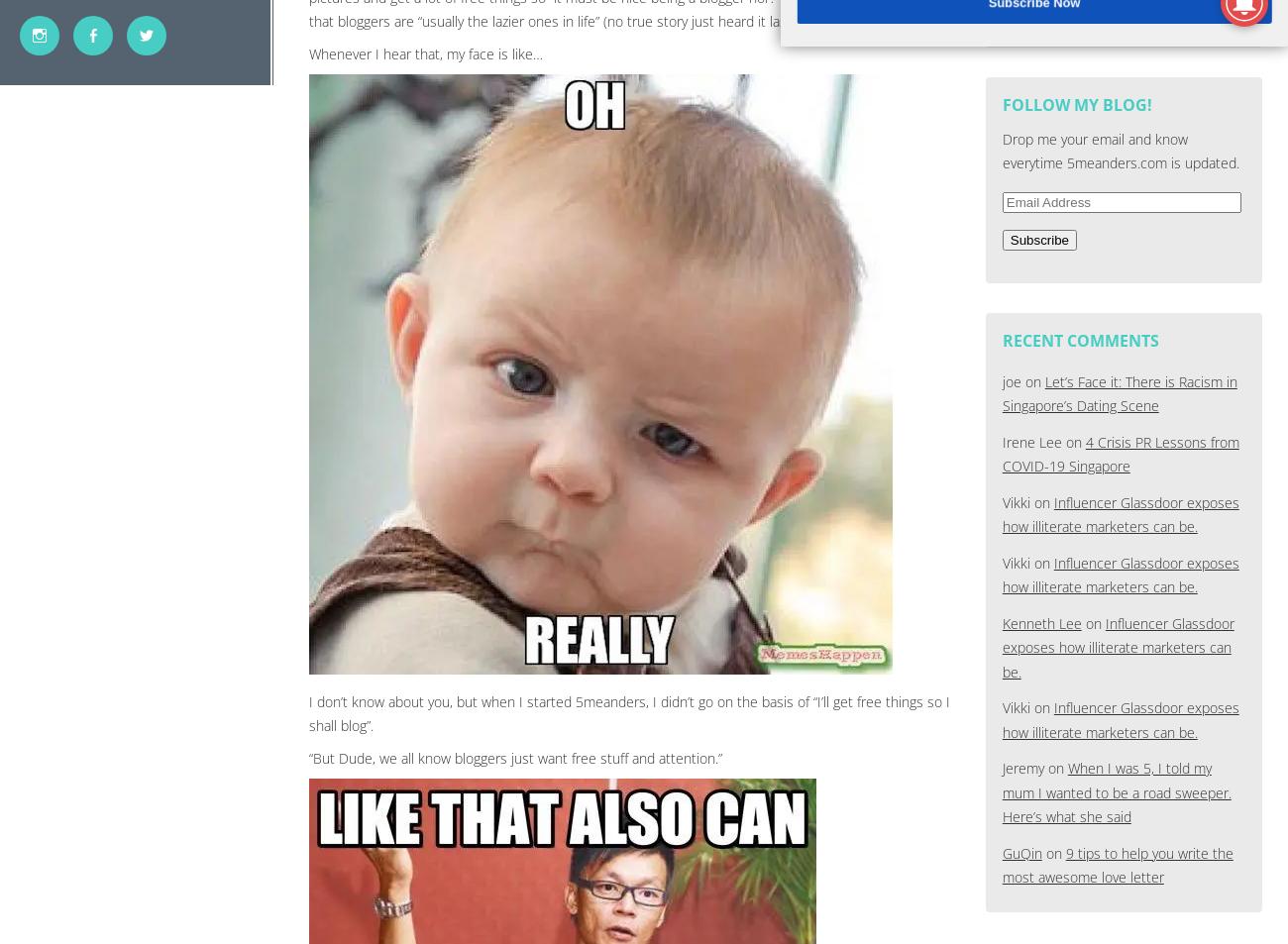  Describe the element at coordinates (1010, 379) in the screenshot. I see `'joe'` at that location.